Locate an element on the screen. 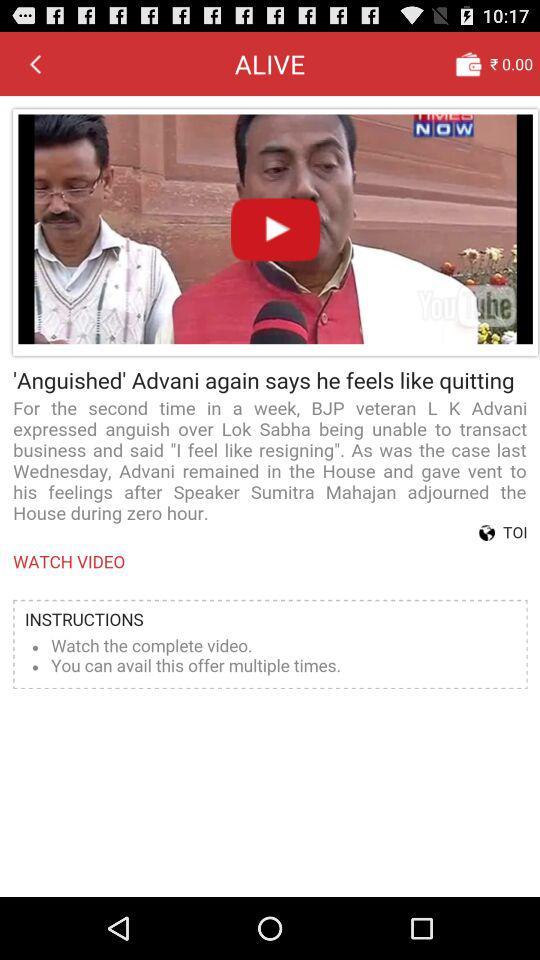 The width and height of the screenshot is (540, 960). the shop icon is located at coordinates (468, 68).